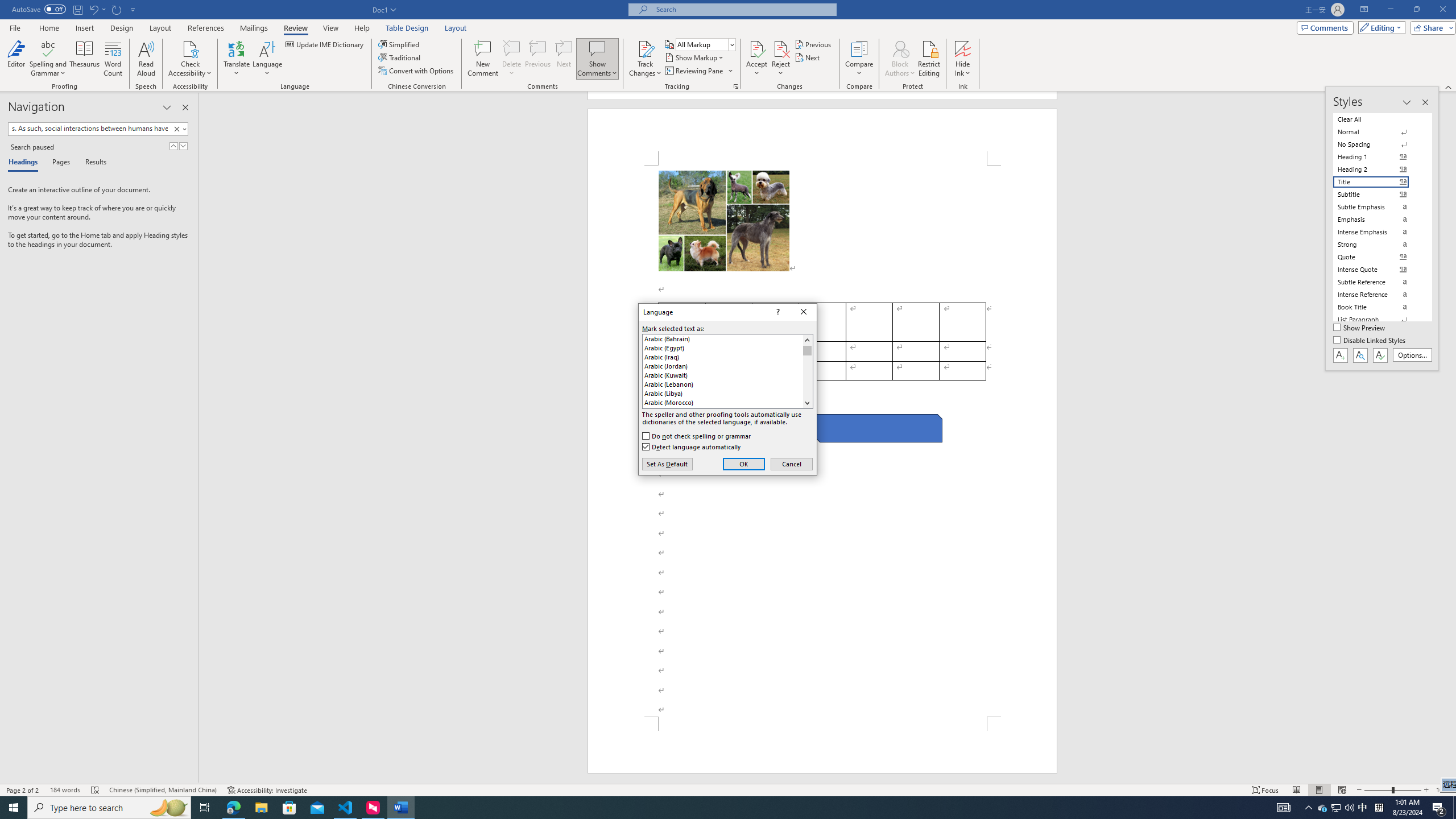  What do you see at coordinates (1360, 328) in the screenshot?
I see `'Show Preview'` at bounding box center [1360, 328].